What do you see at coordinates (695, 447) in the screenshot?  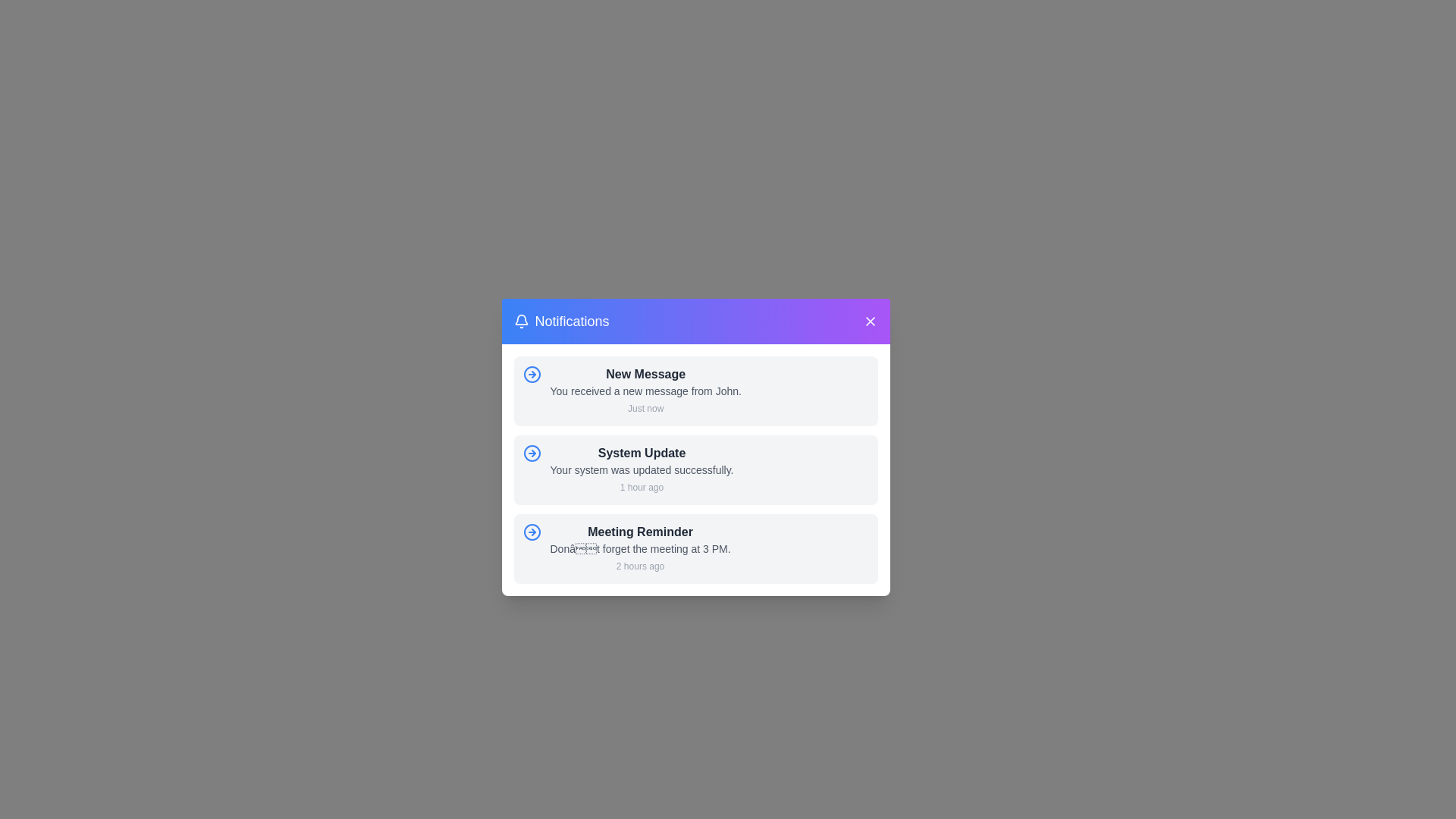 I see `the notification dialog box titled 'Notifications', which includes the prominent 'System Update' notification` at bounding box center [695, 447].